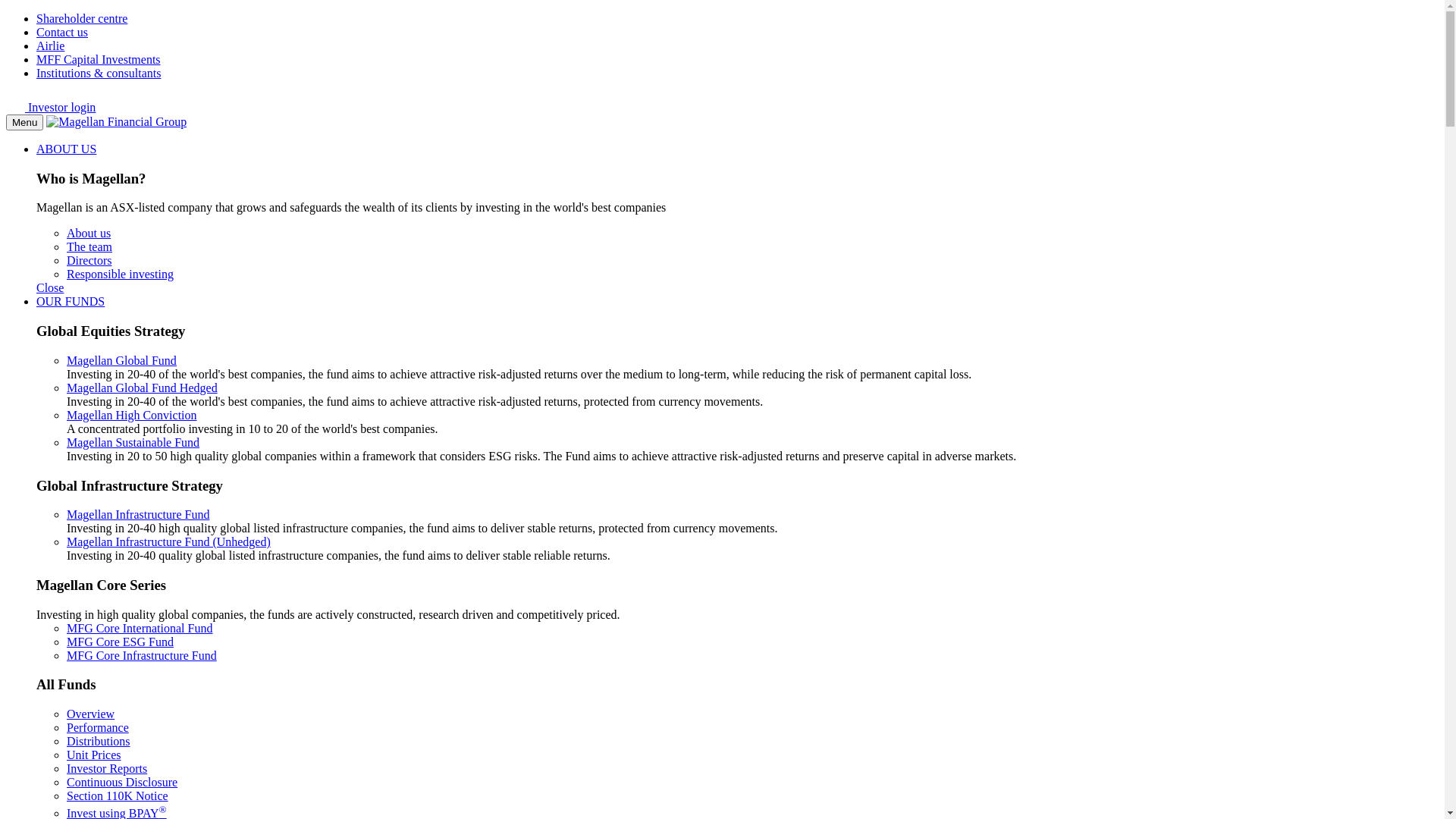 The image size is (1456, 819). I want to click on 'ABOUT US', so click(36, 149).